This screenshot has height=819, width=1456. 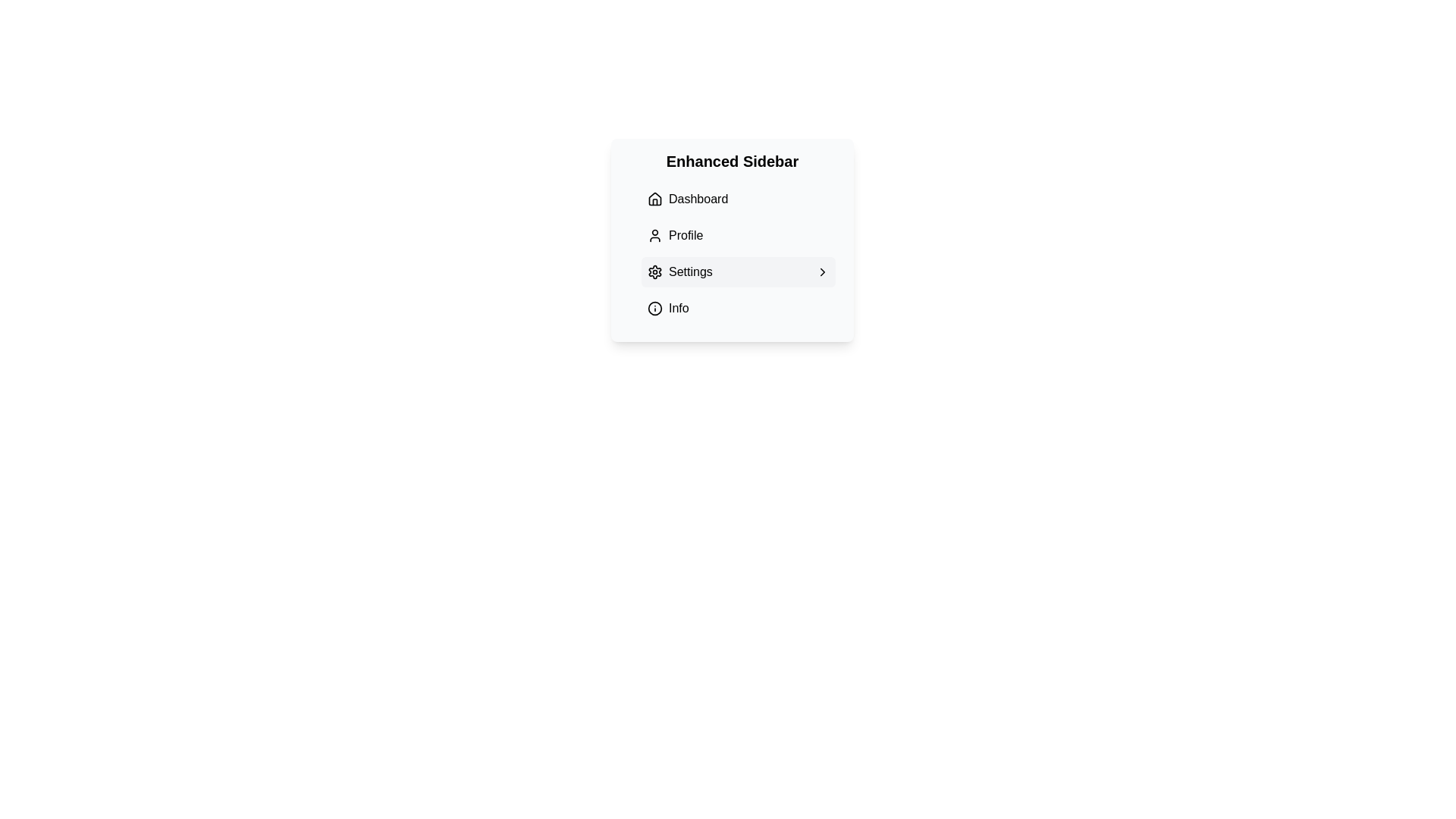 What do you see at coordinates (655, 271) in the screenshot?
I see `the 'Settings' icon located in the sidebar, which visually represents the 'Settings' section and is positioned to the left of the 'Settings' label` at bounding box center [655, 271].